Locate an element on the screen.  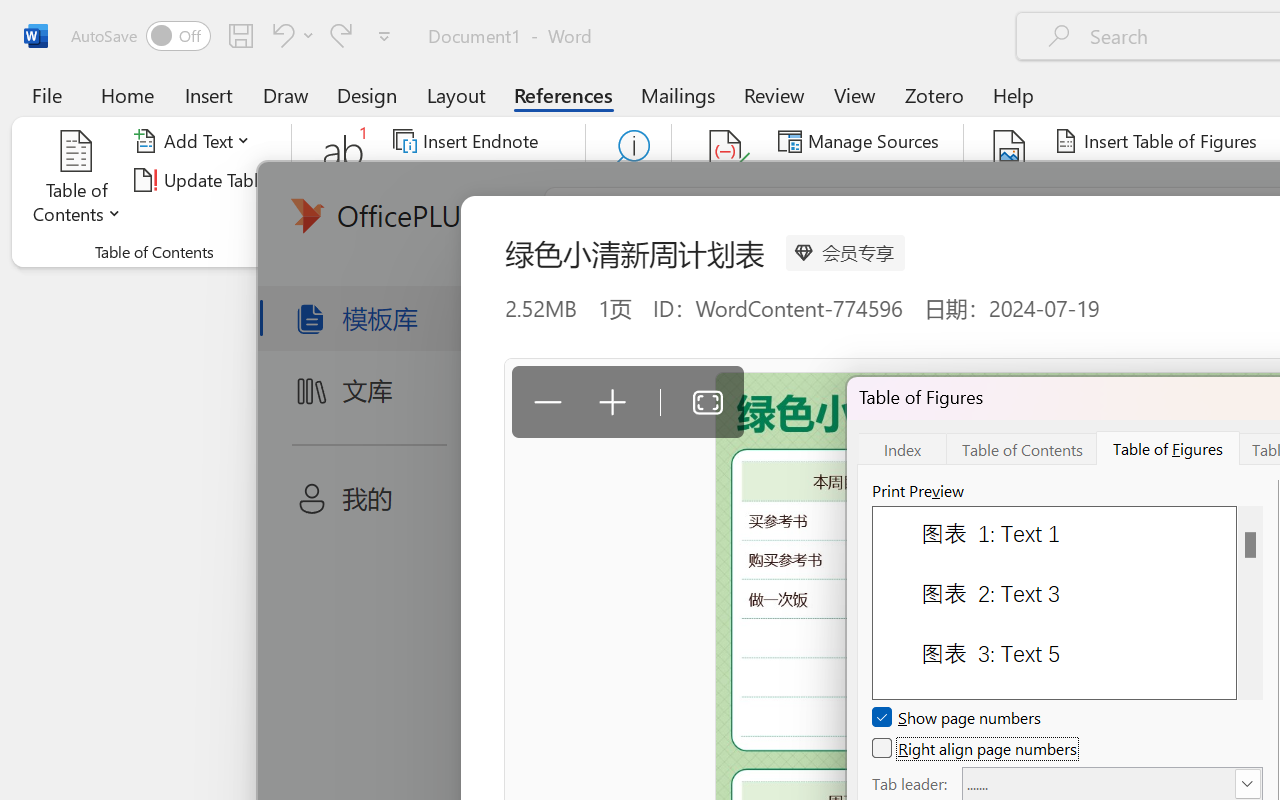
'Undo Apply Quick Style Set' is located at coordinates (289, 34).